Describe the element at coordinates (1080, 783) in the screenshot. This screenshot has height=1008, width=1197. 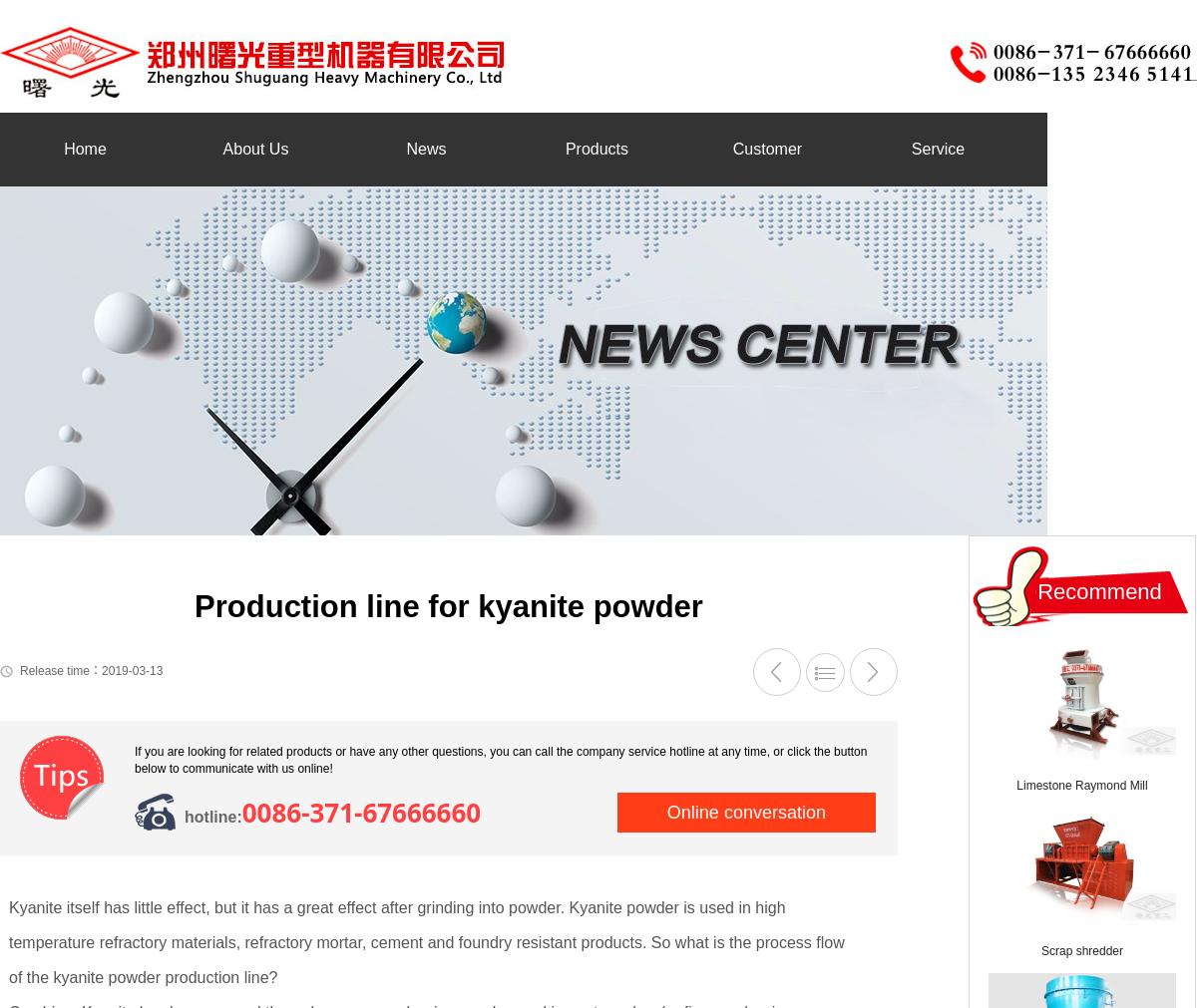
I see `'Limestone Raymond Mill'` at that location.